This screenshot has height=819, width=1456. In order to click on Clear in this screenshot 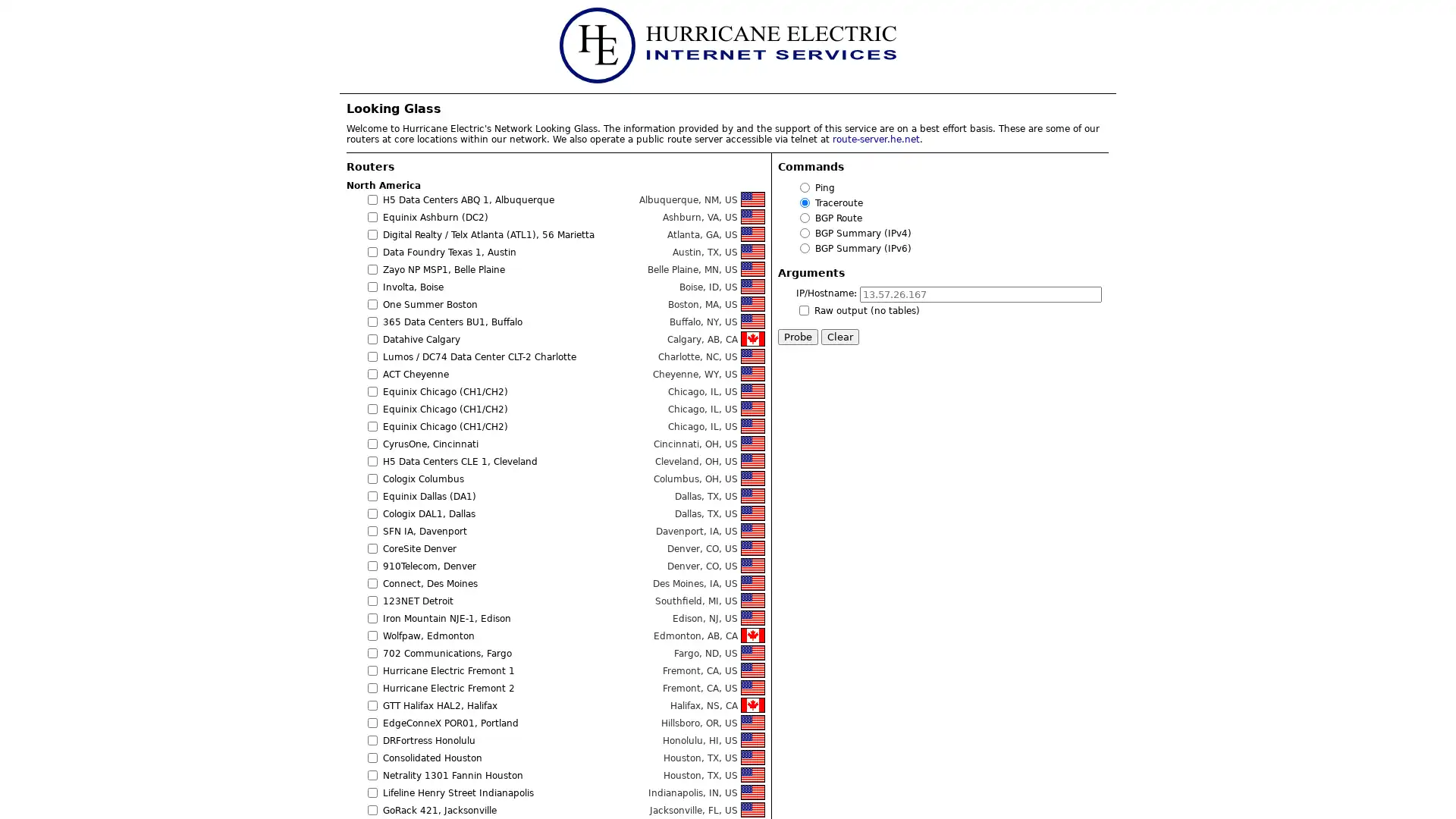, I will do `click(839, 336)`.